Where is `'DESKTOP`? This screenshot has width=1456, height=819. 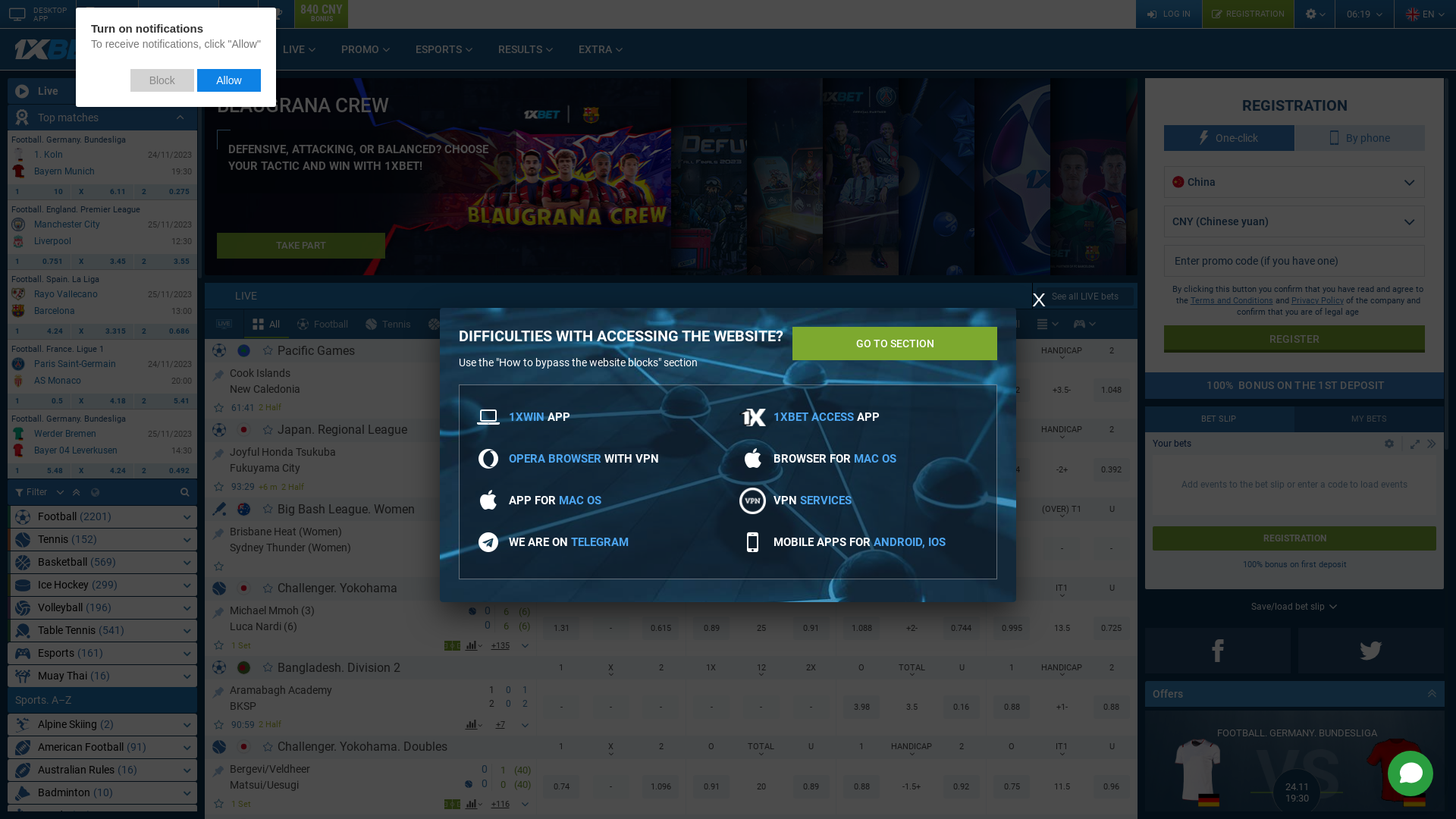
'DESKTOP is located at coordinates (37, 14).